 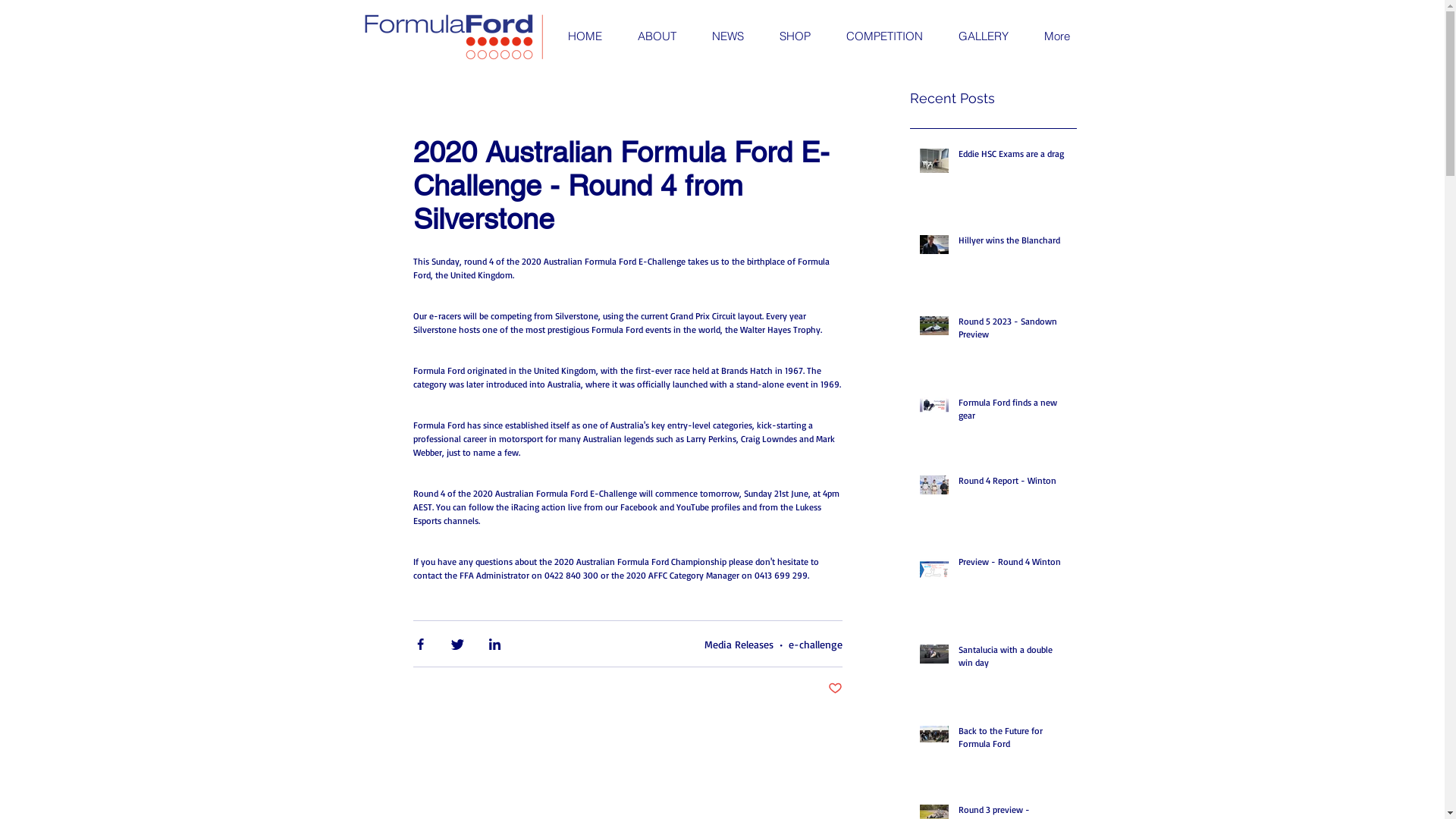 I want to click on 'Preview - Round 4 Winton', so click(x=957, y=565).